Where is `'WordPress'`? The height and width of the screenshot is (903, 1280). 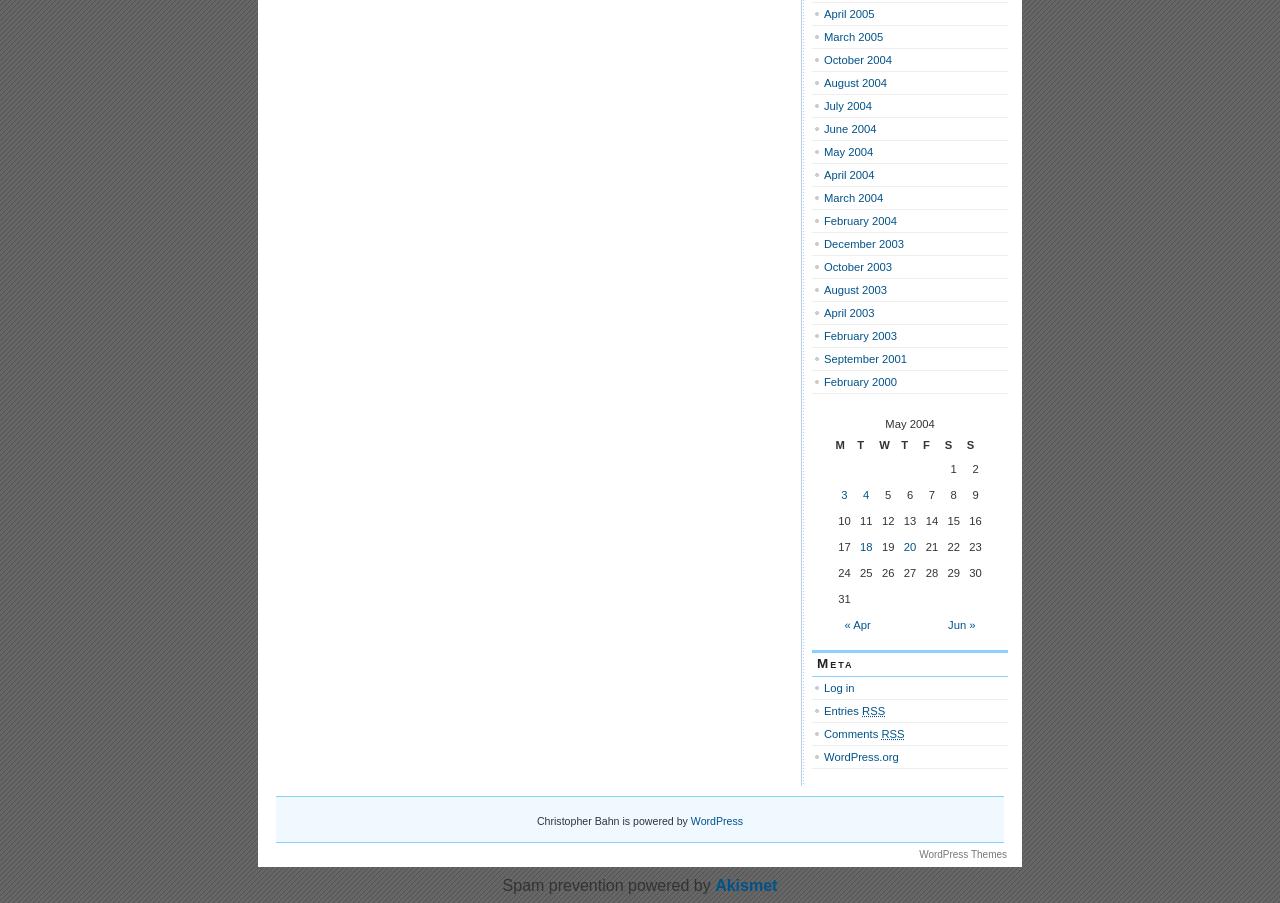
'WordPress' is located at coordinates (716, 820).